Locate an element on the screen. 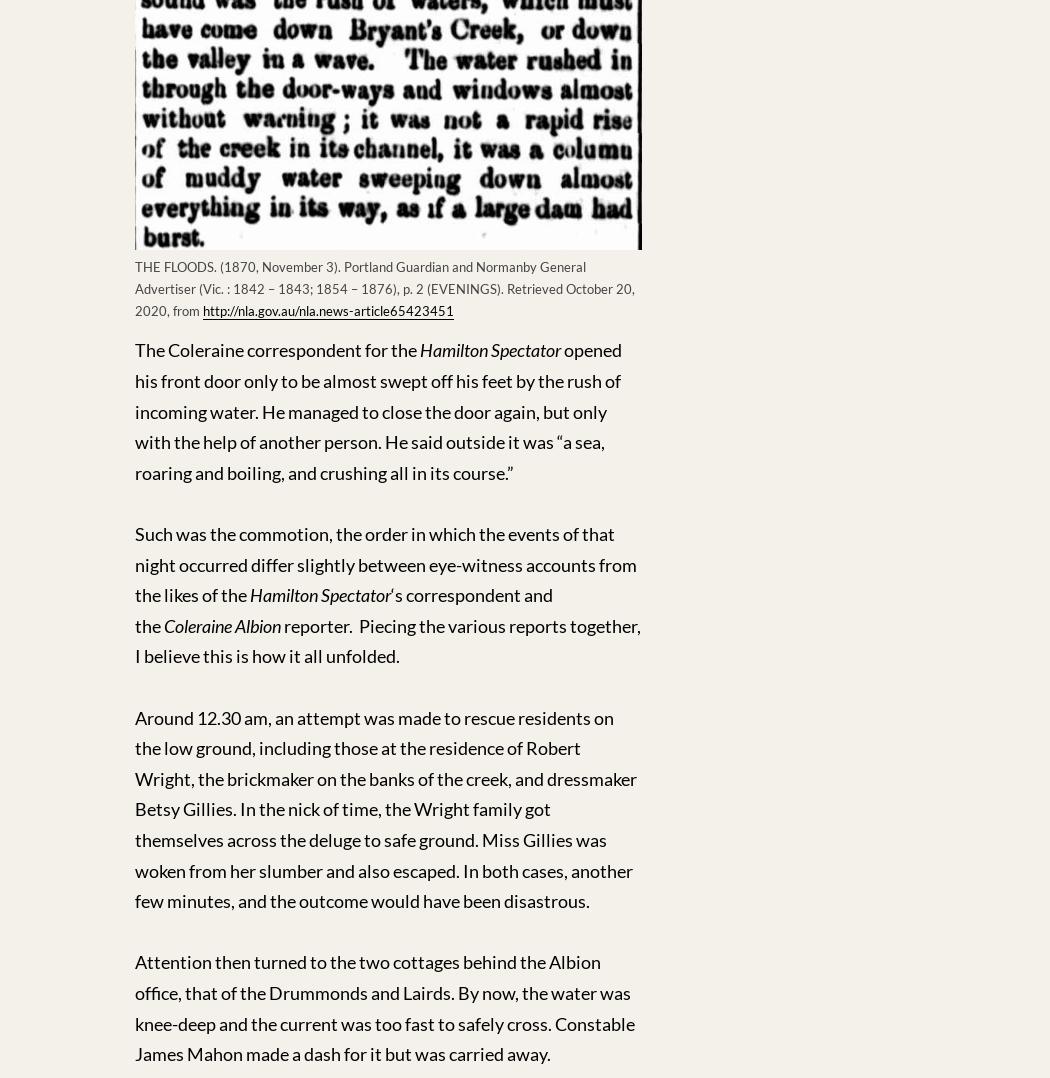 This screenshot has height=1078, width=1050. 'http://nla.gov.au/nla.news-article65423451' is located at coordinates (328, 310).